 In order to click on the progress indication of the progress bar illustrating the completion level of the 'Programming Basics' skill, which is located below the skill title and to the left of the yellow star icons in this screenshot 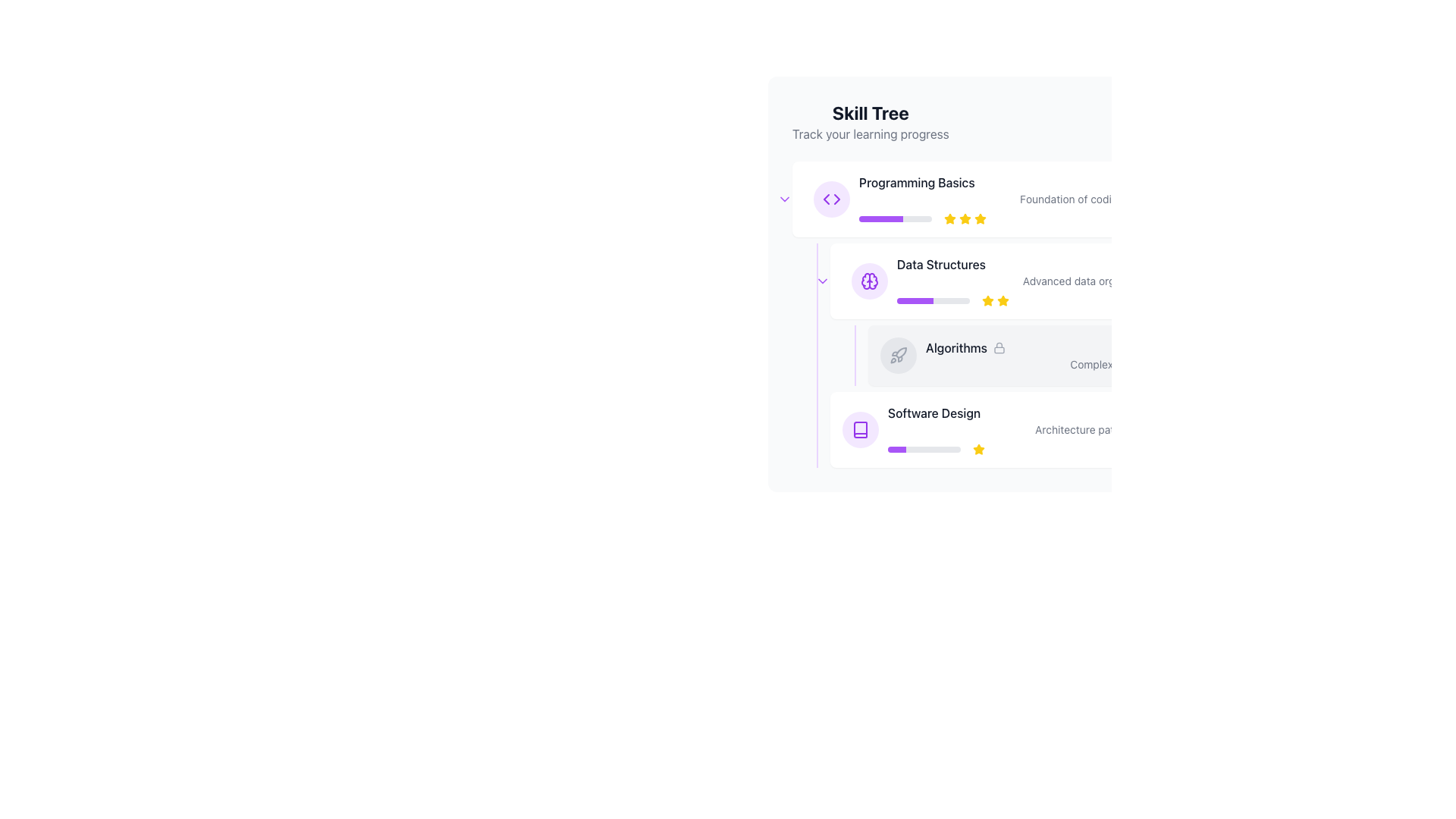, I will do `click(895, 219)`.